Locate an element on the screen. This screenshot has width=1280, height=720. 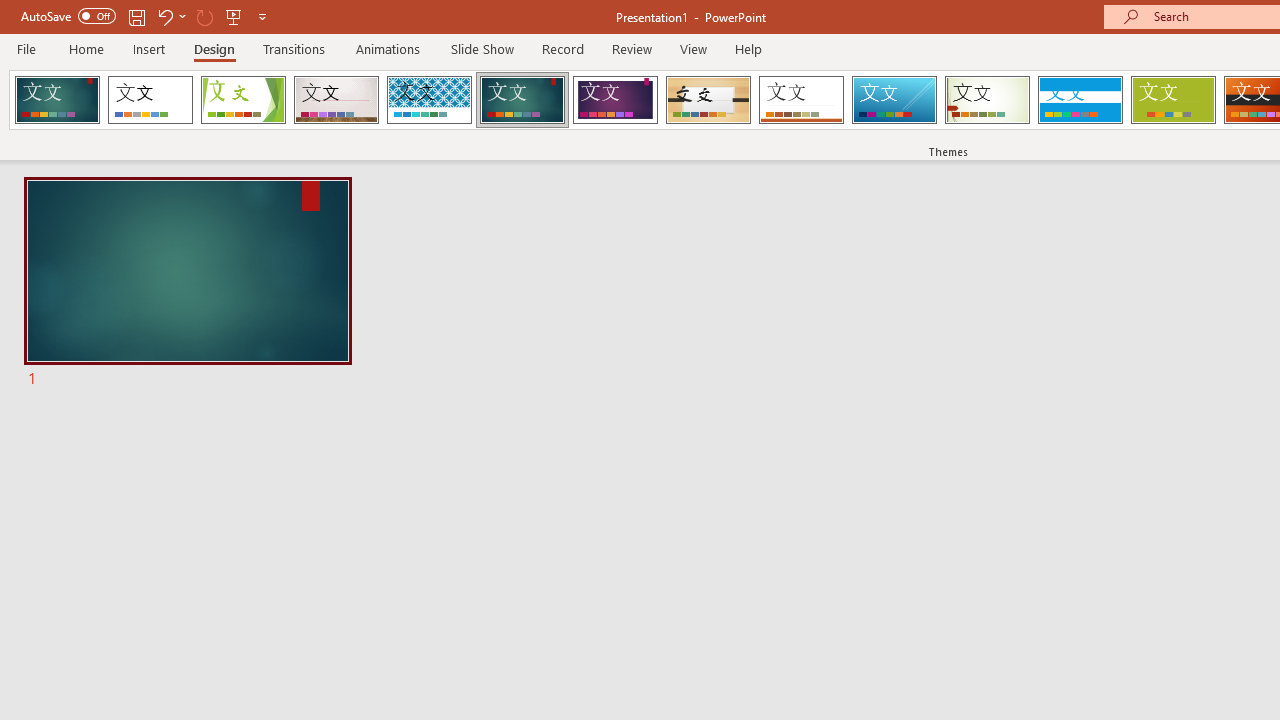
'Ion Boardroom Loading Preview...' is located at coordinates (614, 100).